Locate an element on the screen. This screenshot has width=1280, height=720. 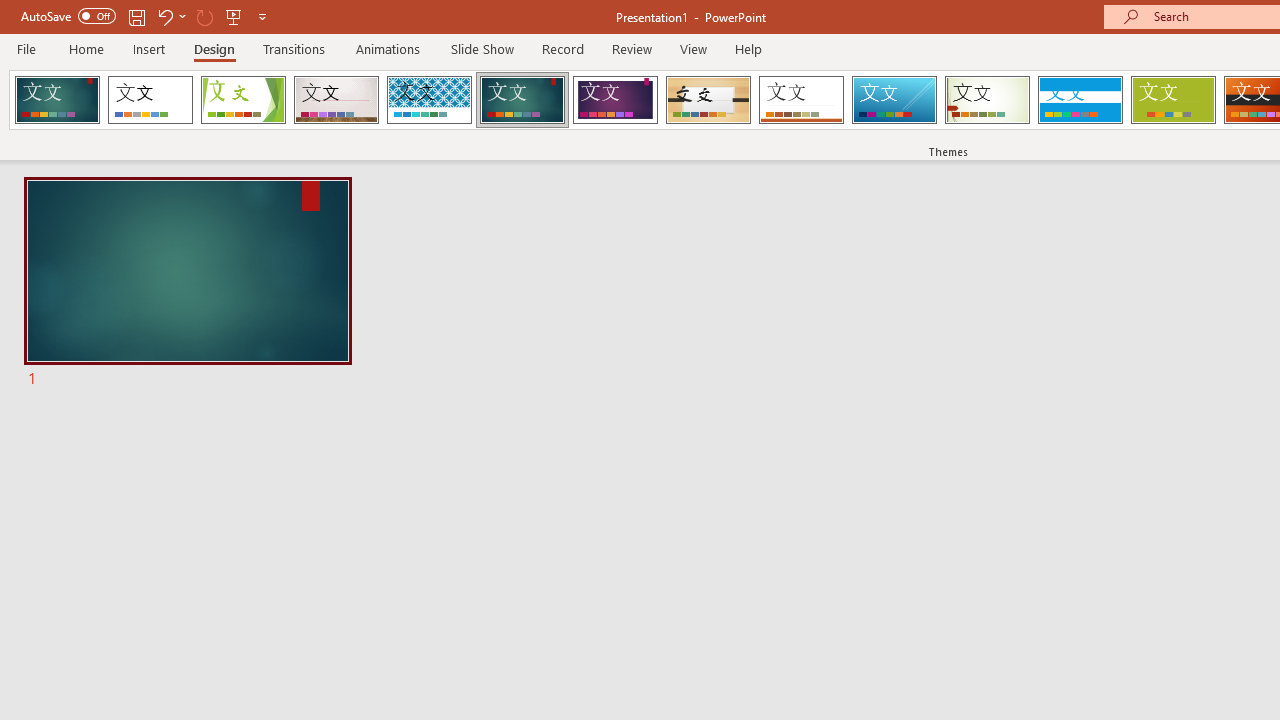
'Ion Boardroom Loading Preview...' is located at coordinates (614, 100).